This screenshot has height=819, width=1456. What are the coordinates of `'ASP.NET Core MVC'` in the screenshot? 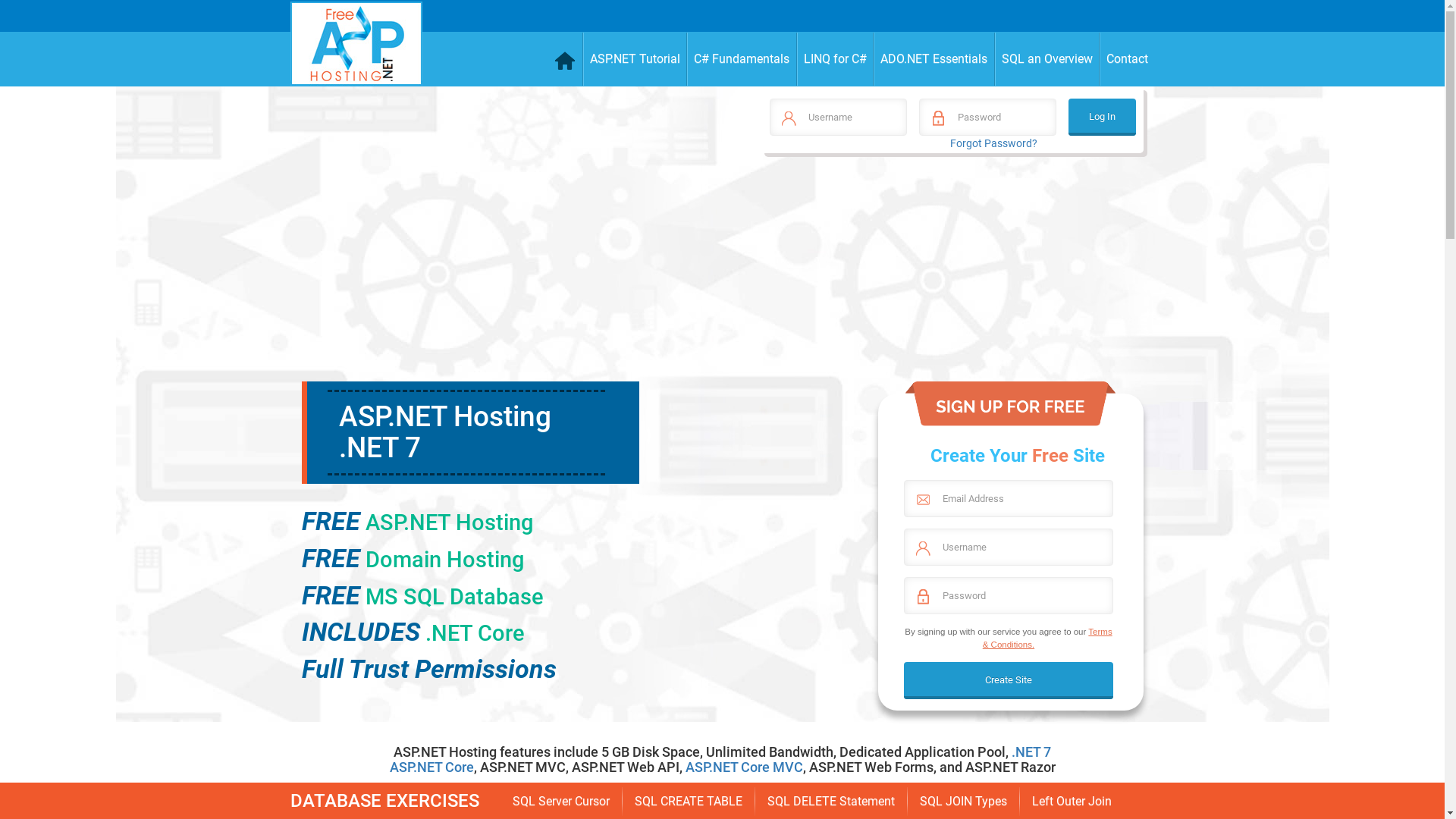 It's located at (684, 767).